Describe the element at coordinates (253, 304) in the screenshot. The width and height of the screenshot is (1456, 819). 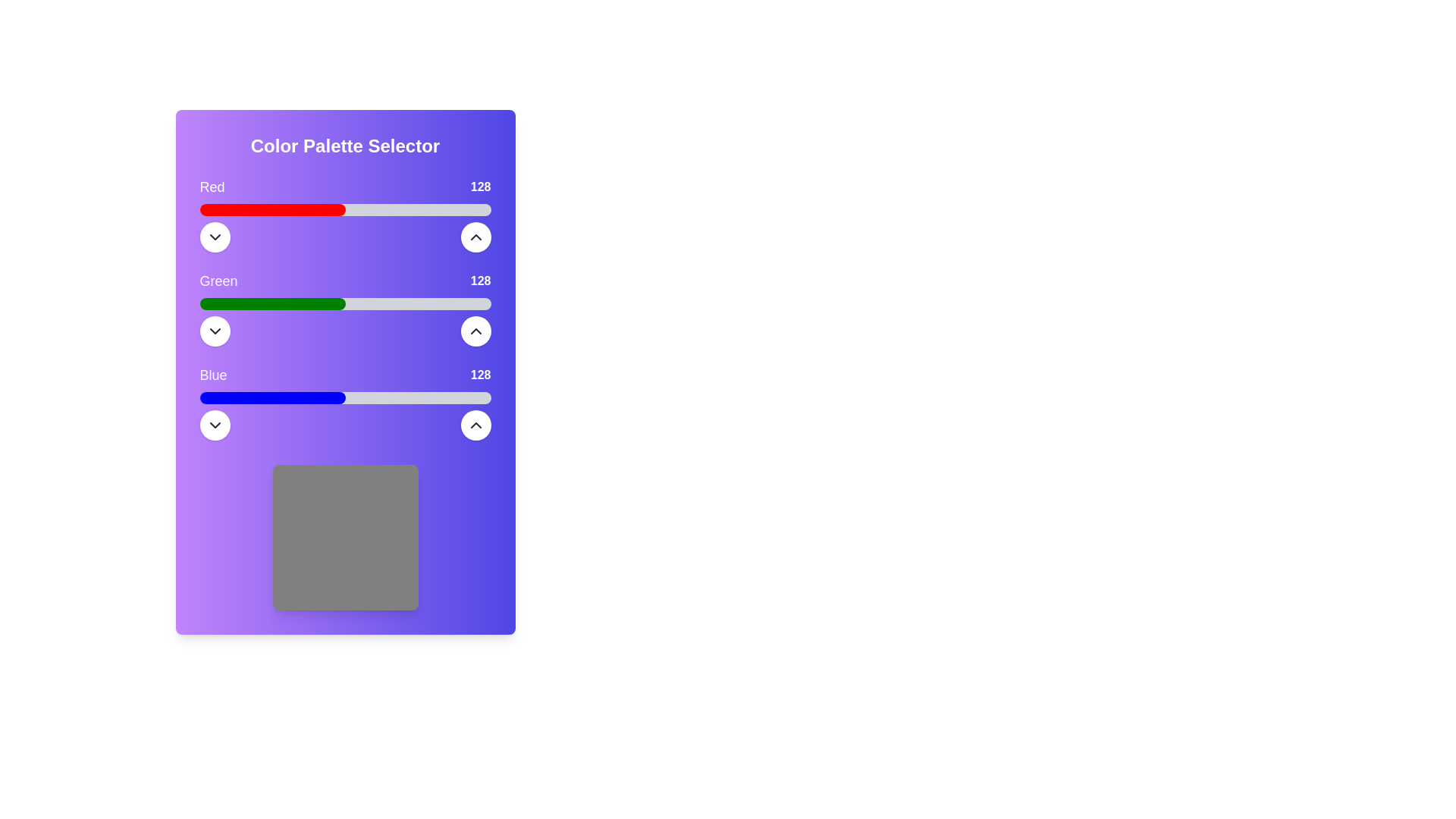
I see `the green color intensity` at that location.